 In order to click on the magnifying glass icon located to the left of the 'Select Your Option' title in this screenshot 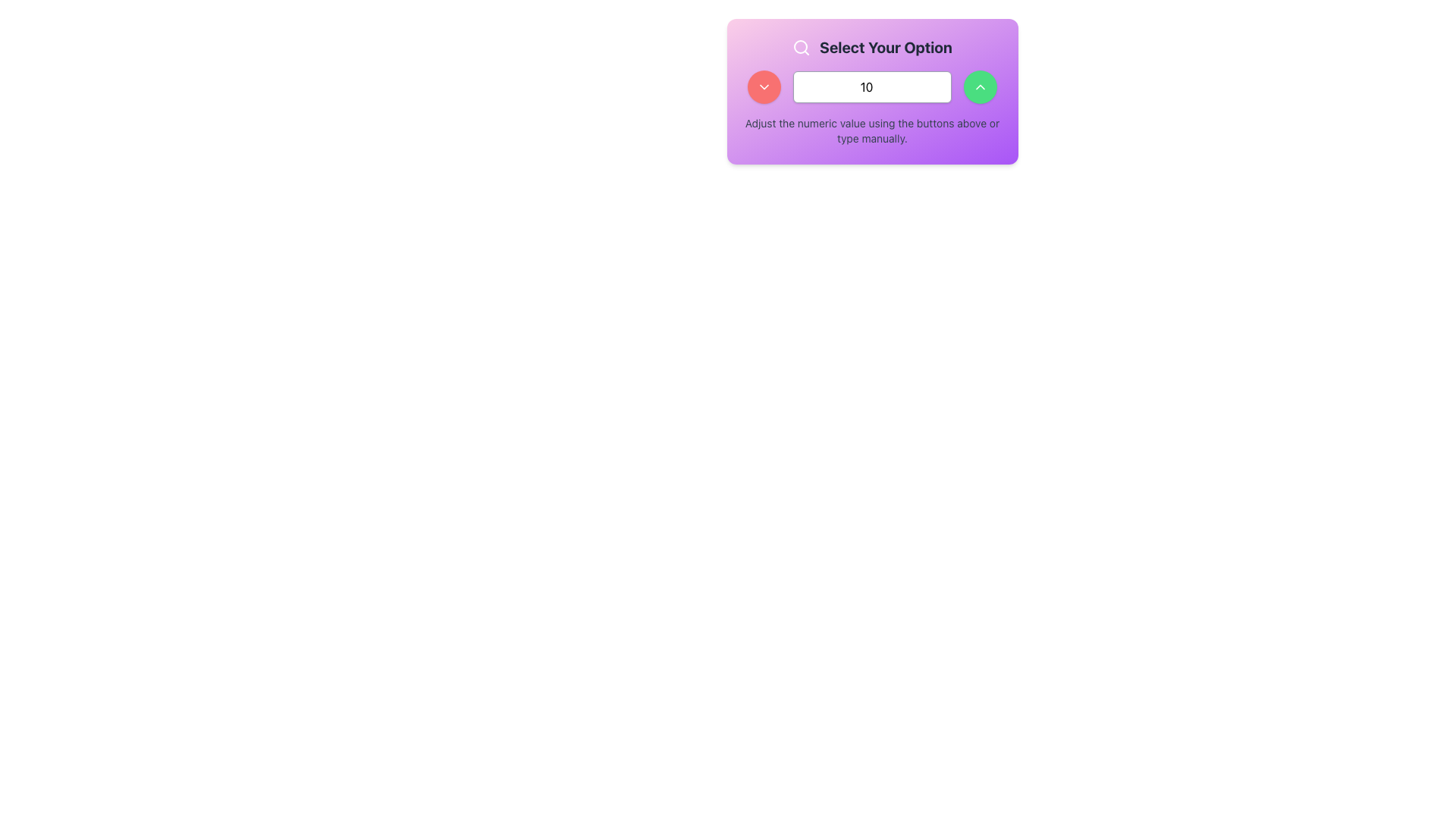, I will do `click(801, 46)`.